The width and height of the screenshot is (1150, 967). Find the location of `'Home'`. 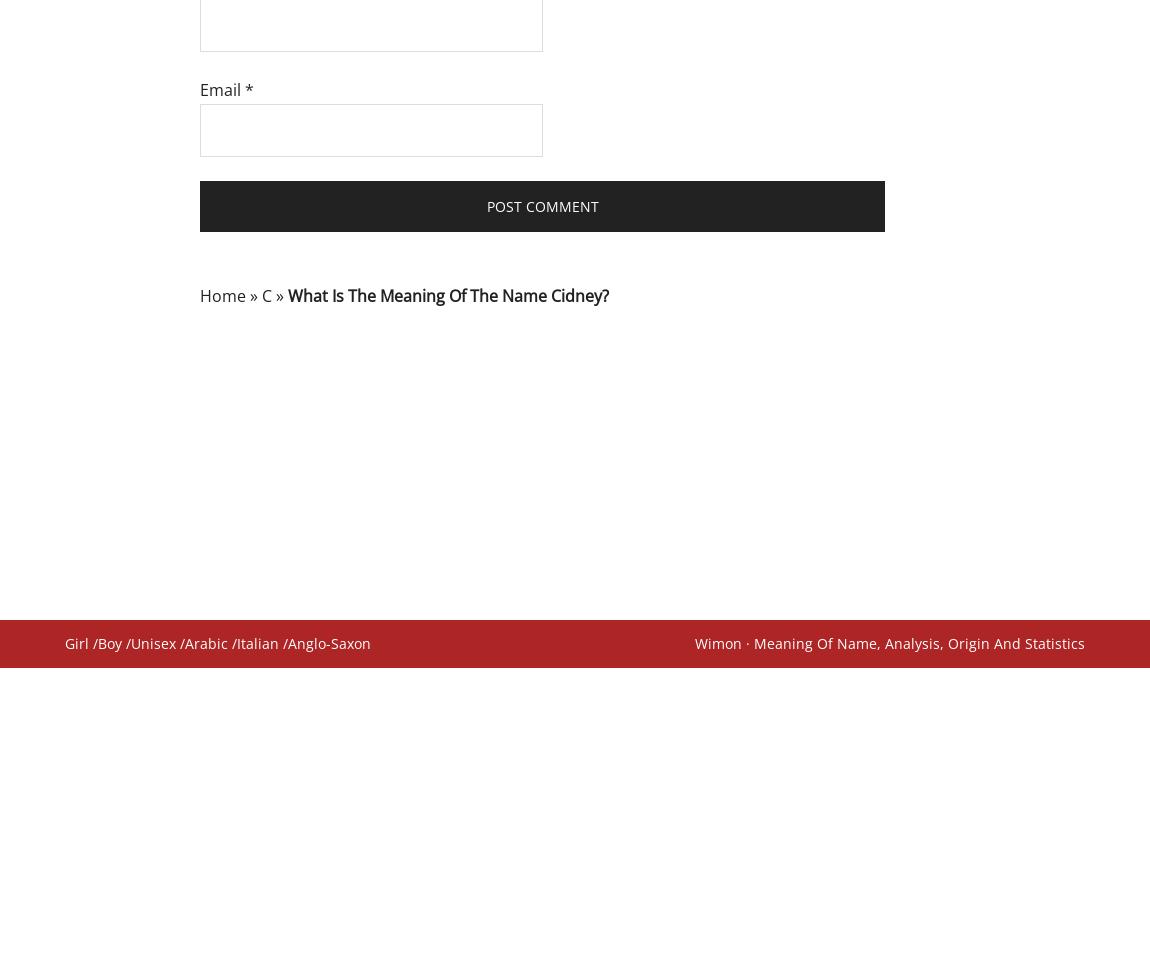

'Home' is located at coordinates (221, 294).